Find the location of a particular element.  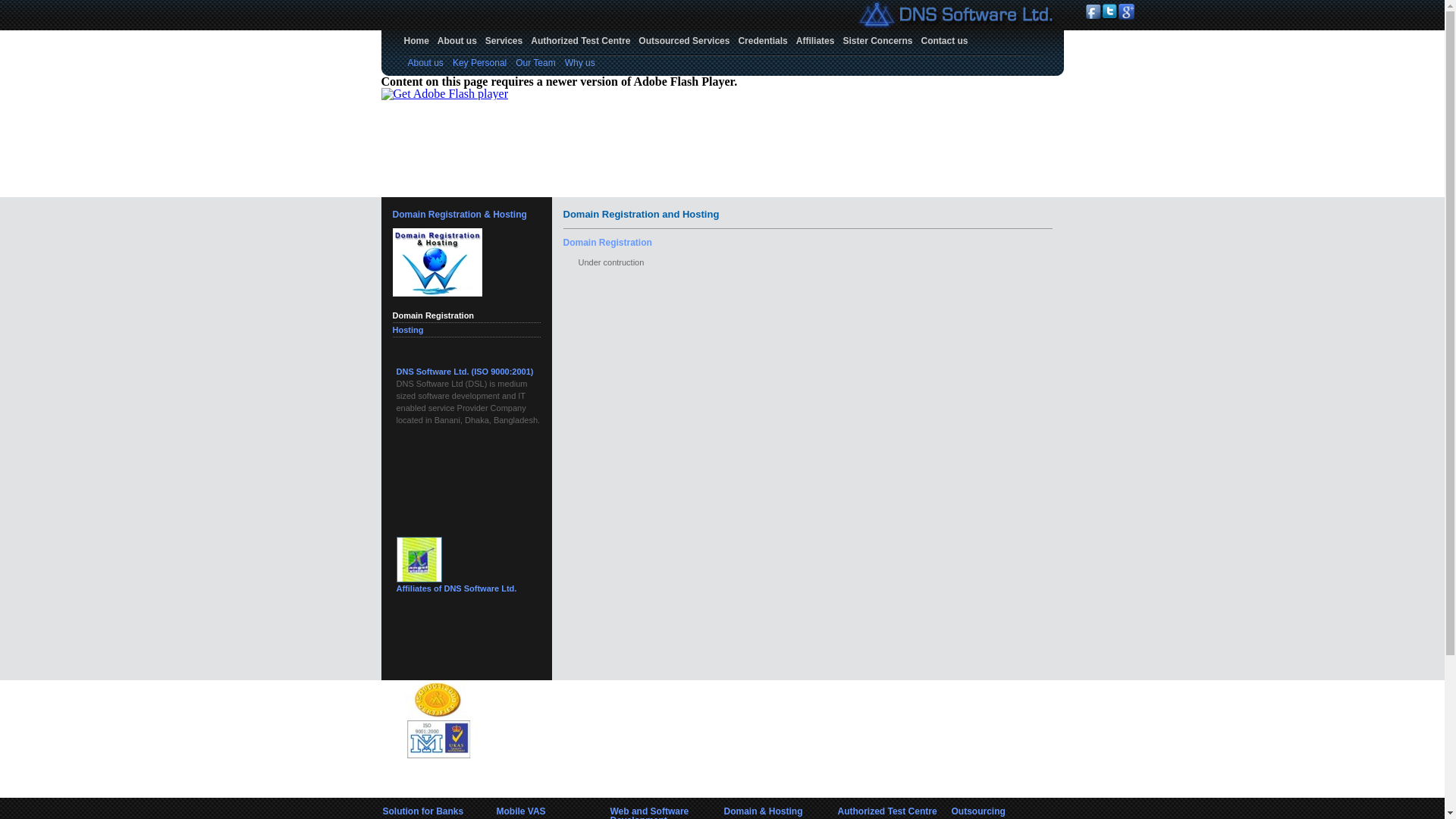

'Home' is located at coordinates (416, 40).